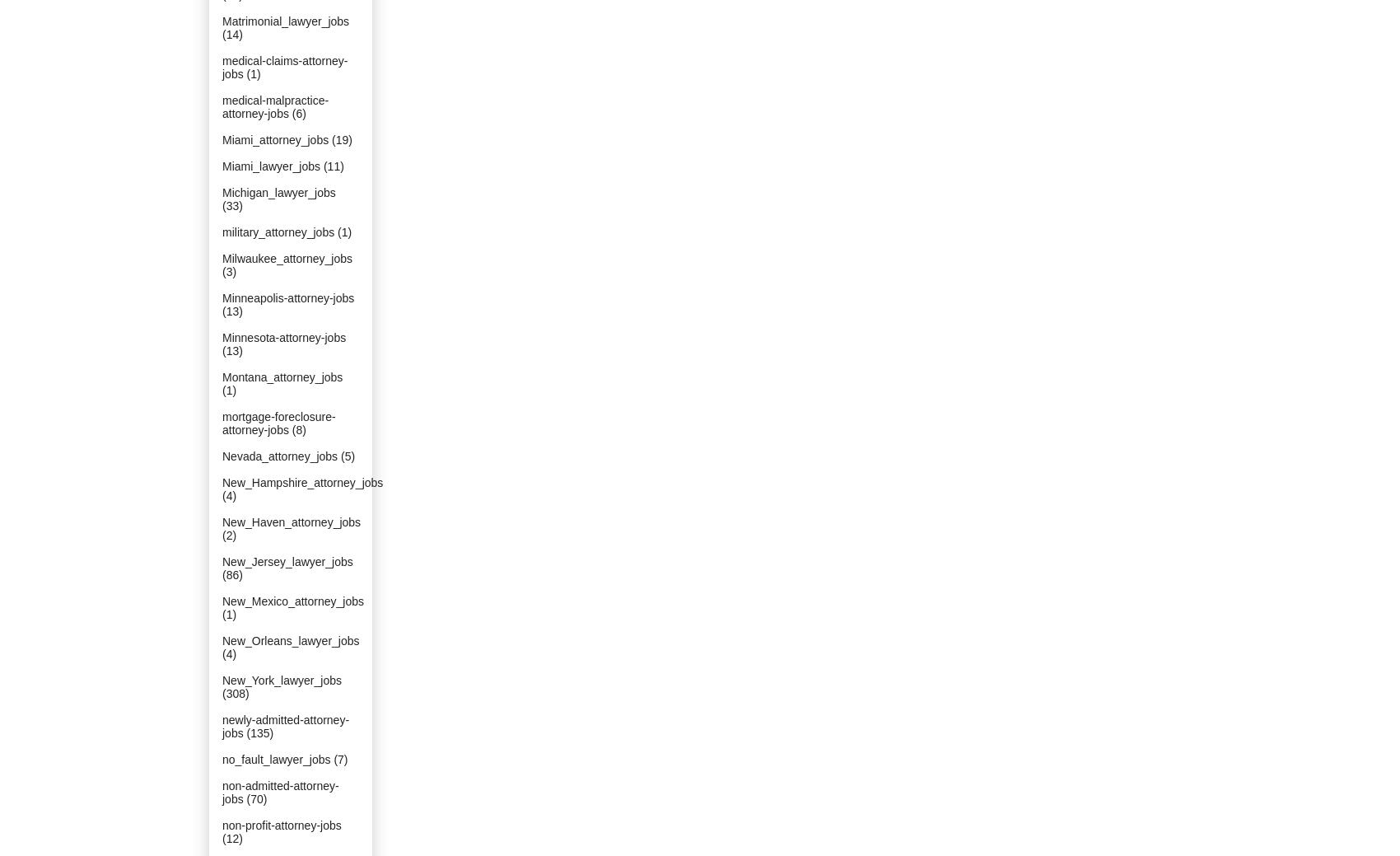 This screenshot has width=1400, height=856. What do you see at coordinates (275, 760) in the screenshot?
I see `'no_fault_lawyer_jobs'` at bounding box center [275, 760].